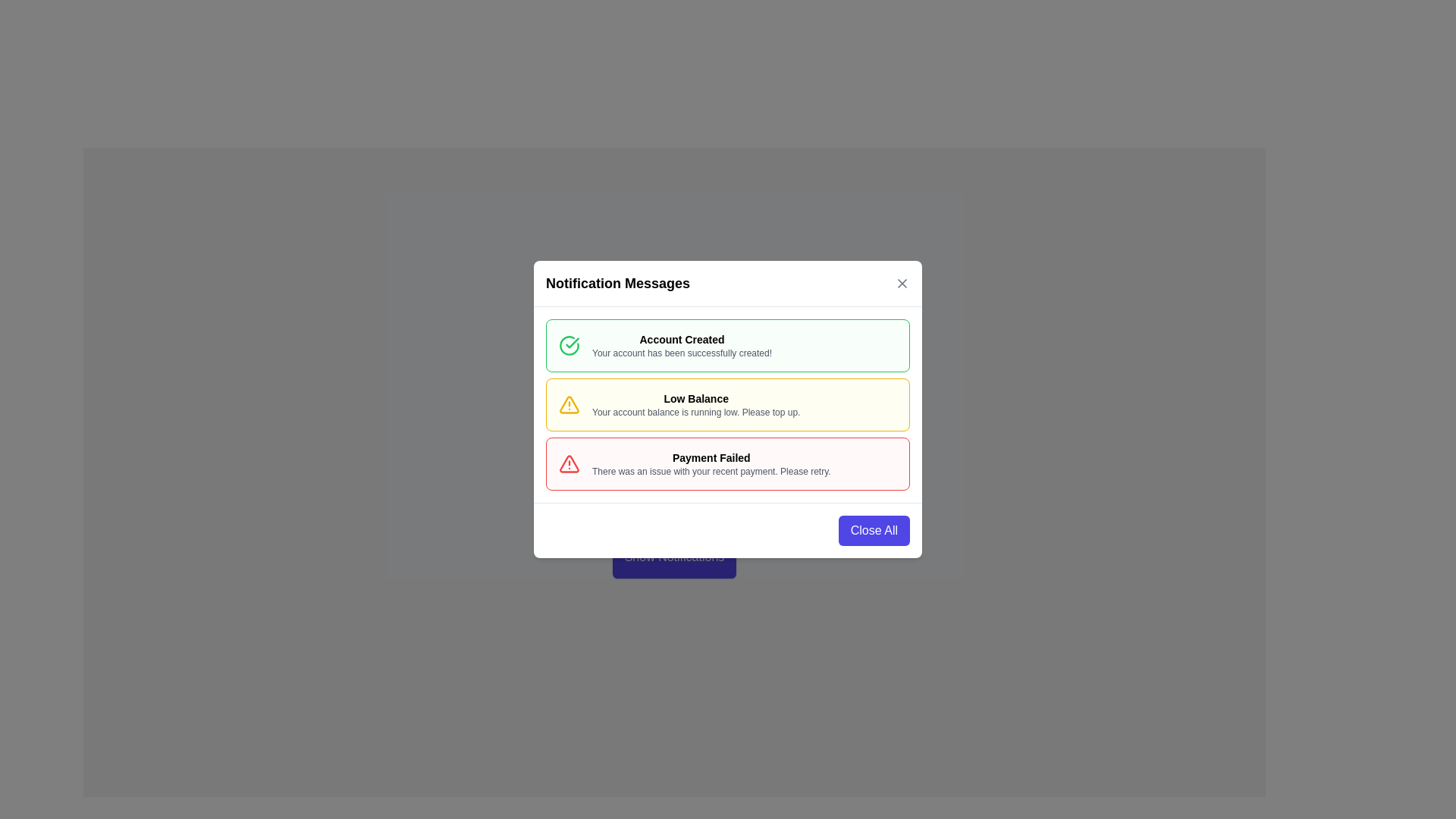 This screenshot has height=819, width=1456. I want to click on the title or header text of the notification related to a failed payment, located near the bottom of the notification box above the descriptive message, so click(711, 457).